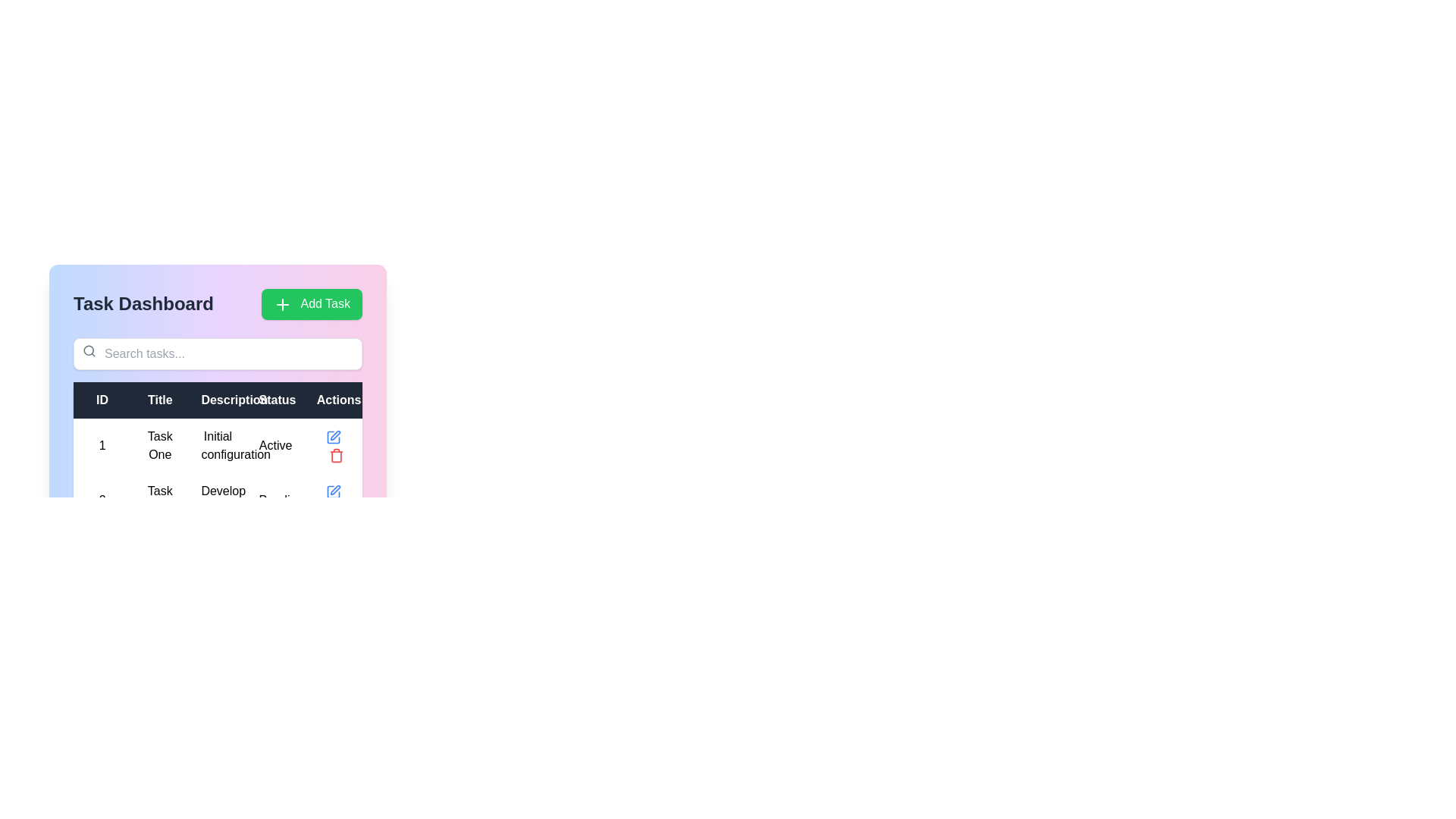  What do you see at coordinates (217, 444) in the screenshot?
I see `the text label displaying 'Initial configuration' in the third column of the first row of the Task Dashboard table` at bounding box center [217, 444].